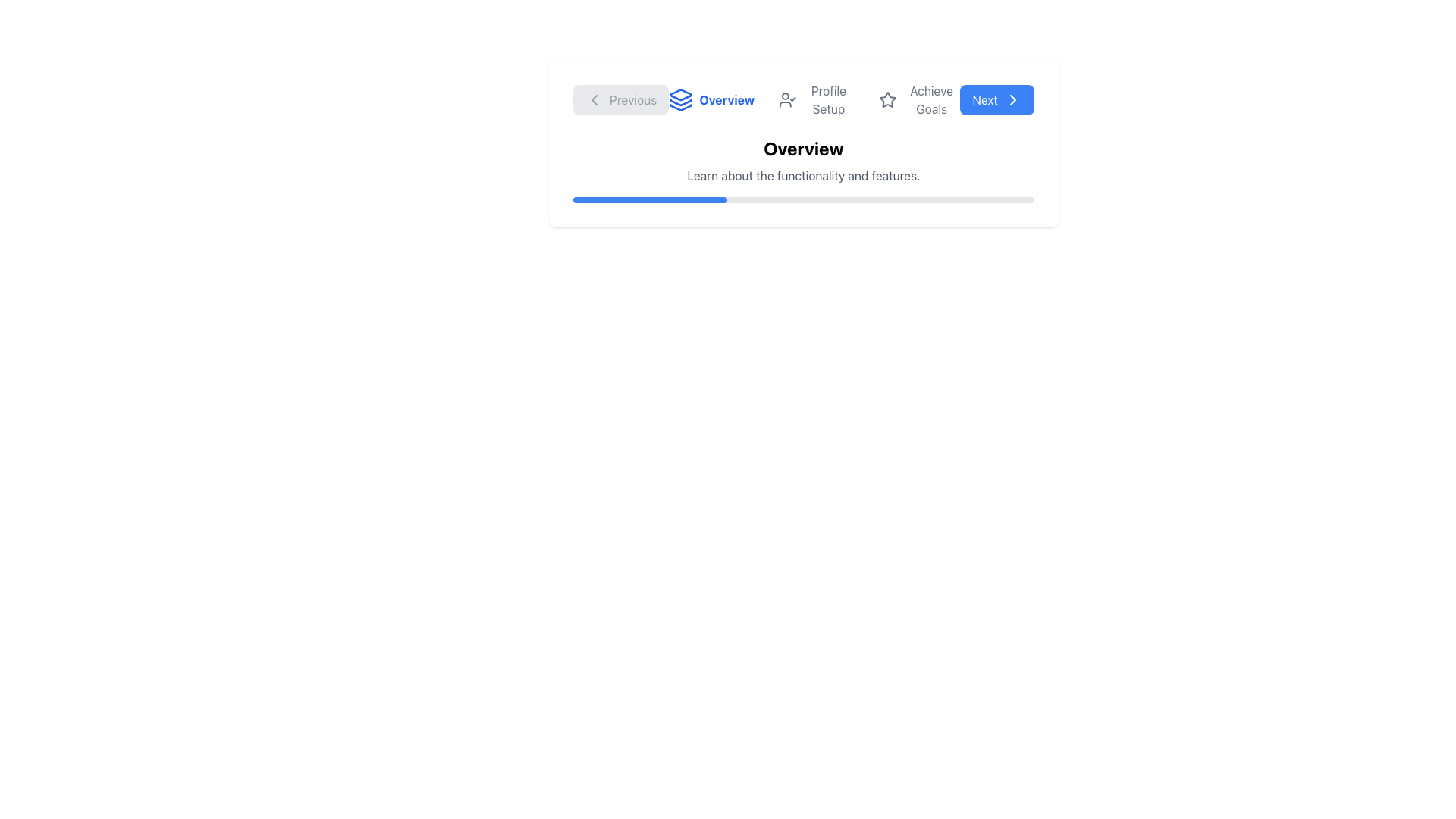 This screenshot has width=1456, height=819. Describe the element at coordinates (918, 99) in the screenshot. I see `the third navigation tab in the horizontal navigation bar` at that location.